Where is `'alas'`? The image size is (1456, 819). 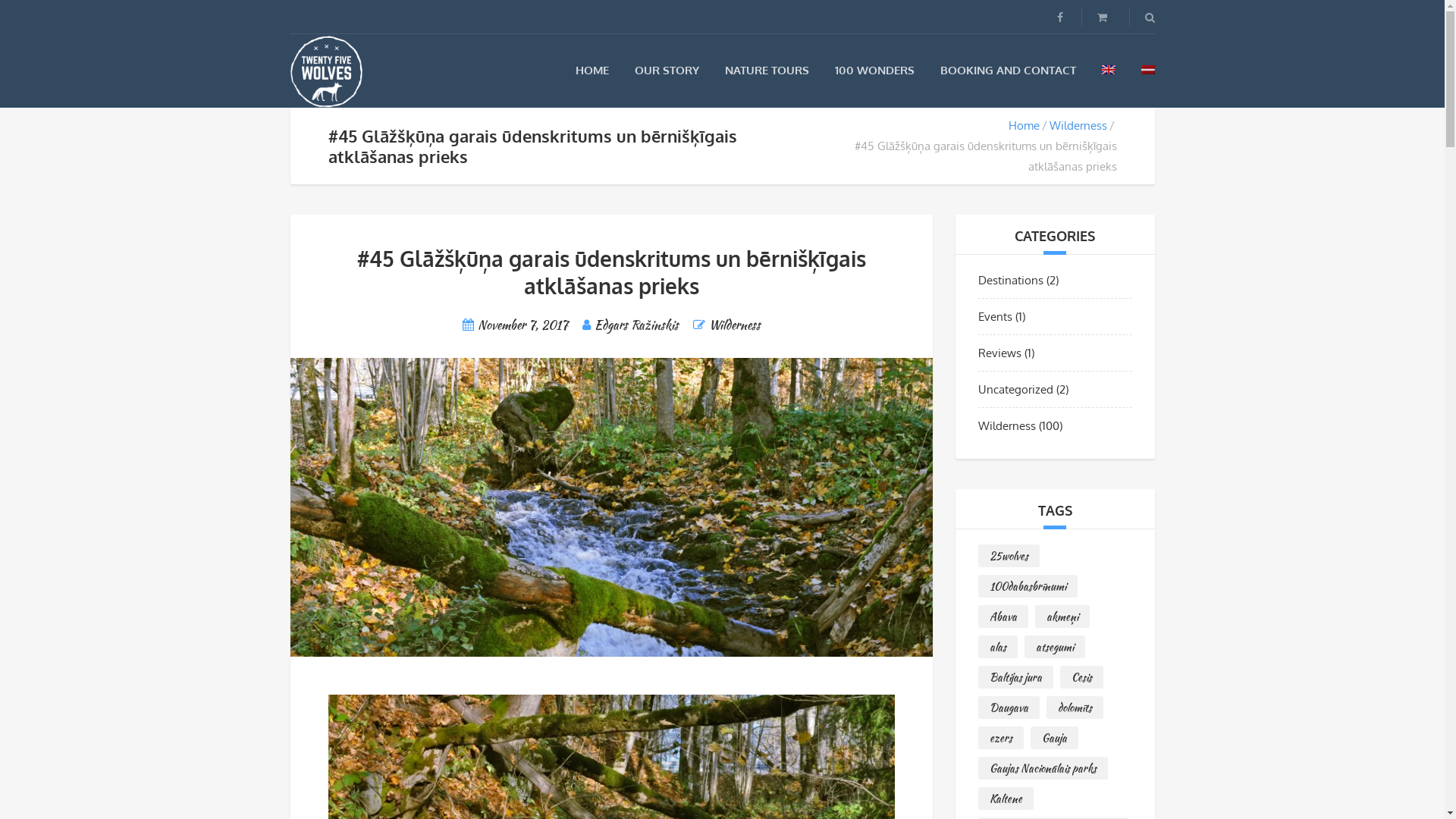 'alas' is located at coordinates (997, 646).